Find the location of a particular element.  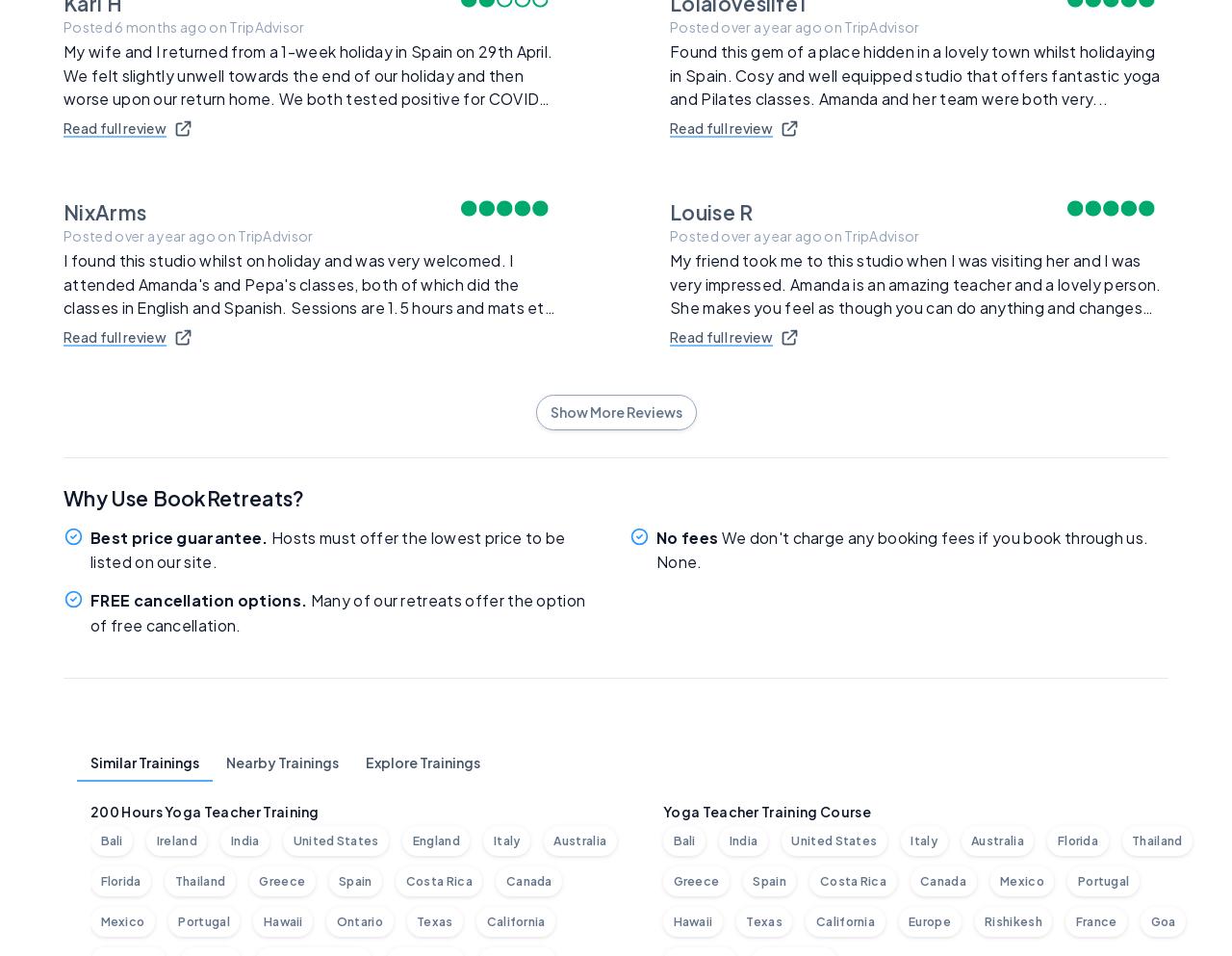

'No fees' is located at coordinates (686, 535).